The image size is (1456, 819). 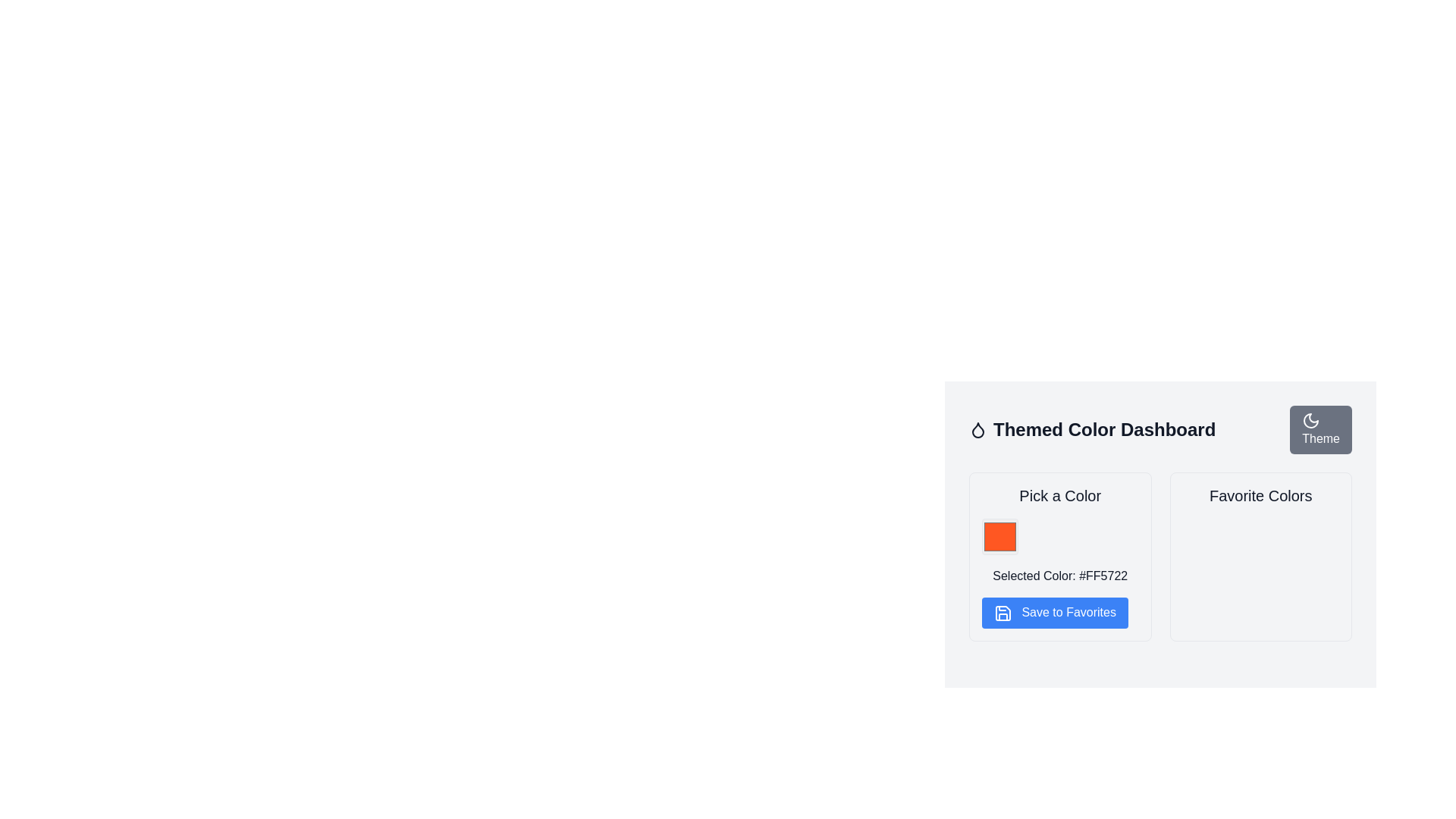 What do you see at coordinates (1310, 421) in the screenshot?
I see `the crescent moon icon located in the top-right corner of the themed color dashboard interface, next to the text labeled 'Theme', which is part of a clickable button for theme-related functionalities` at bounding box center [1310, 421].